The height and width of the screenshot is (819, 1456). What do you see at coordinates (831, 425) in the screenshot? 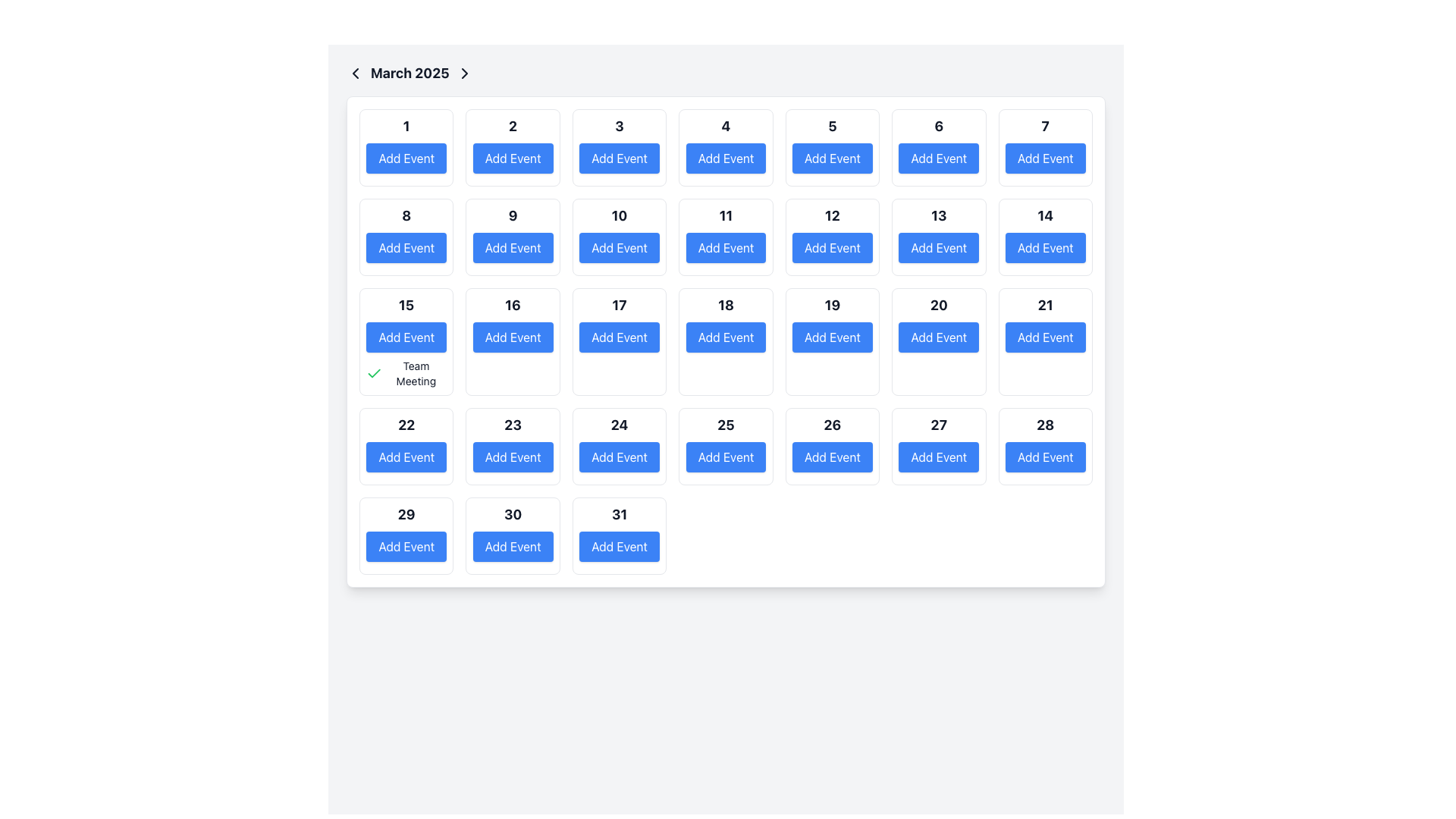
I see `the bolded number '26' displayed in a larger font size, which is centrally positioned in the fourth row and fifth column of a calendar grid for March 2025` at bounding box center [831, 425].